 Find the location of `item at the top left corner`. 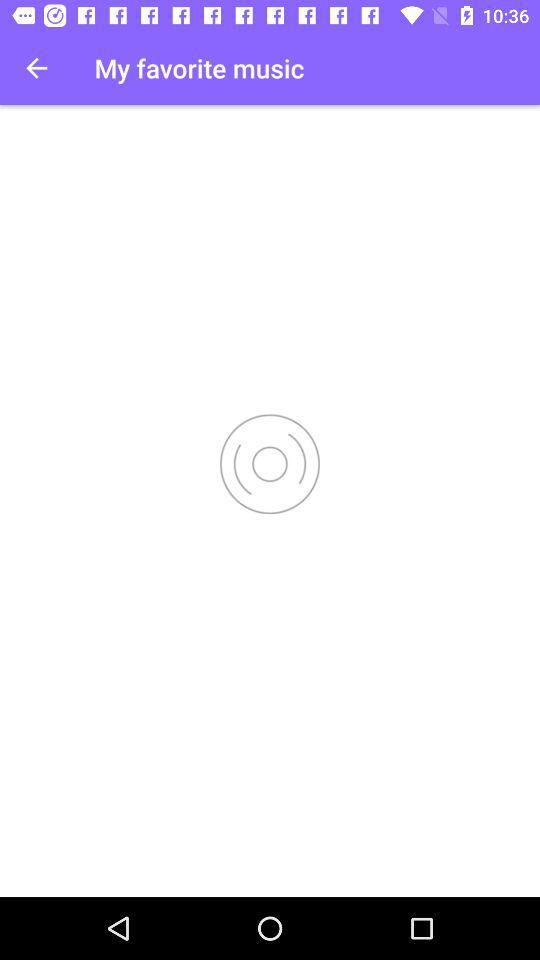

item at the top left corner is located at coordinates (36, 68).